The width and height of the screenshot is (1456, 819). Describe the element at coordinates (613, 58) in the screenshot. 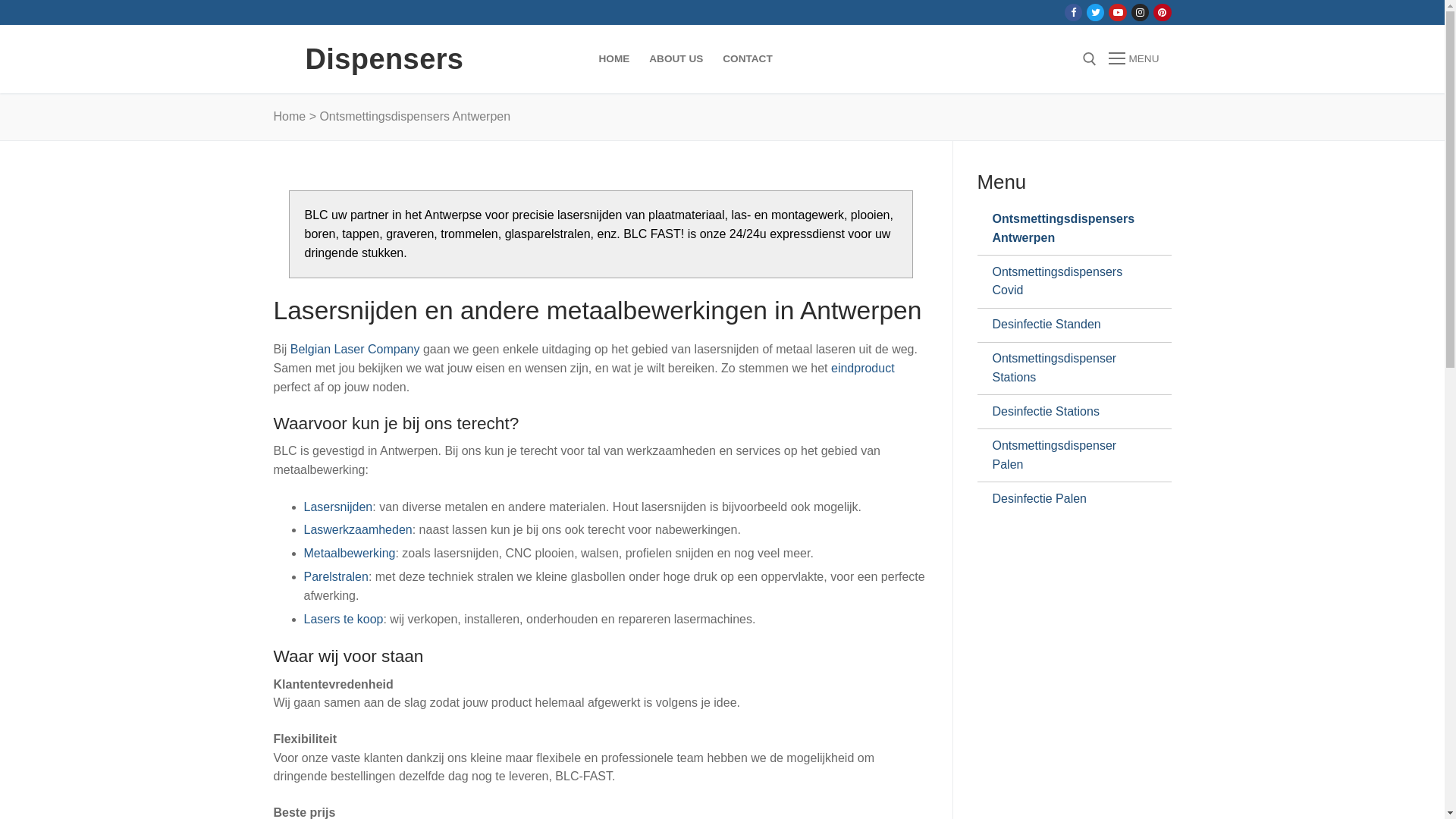

I see `'HOME'` at that location.